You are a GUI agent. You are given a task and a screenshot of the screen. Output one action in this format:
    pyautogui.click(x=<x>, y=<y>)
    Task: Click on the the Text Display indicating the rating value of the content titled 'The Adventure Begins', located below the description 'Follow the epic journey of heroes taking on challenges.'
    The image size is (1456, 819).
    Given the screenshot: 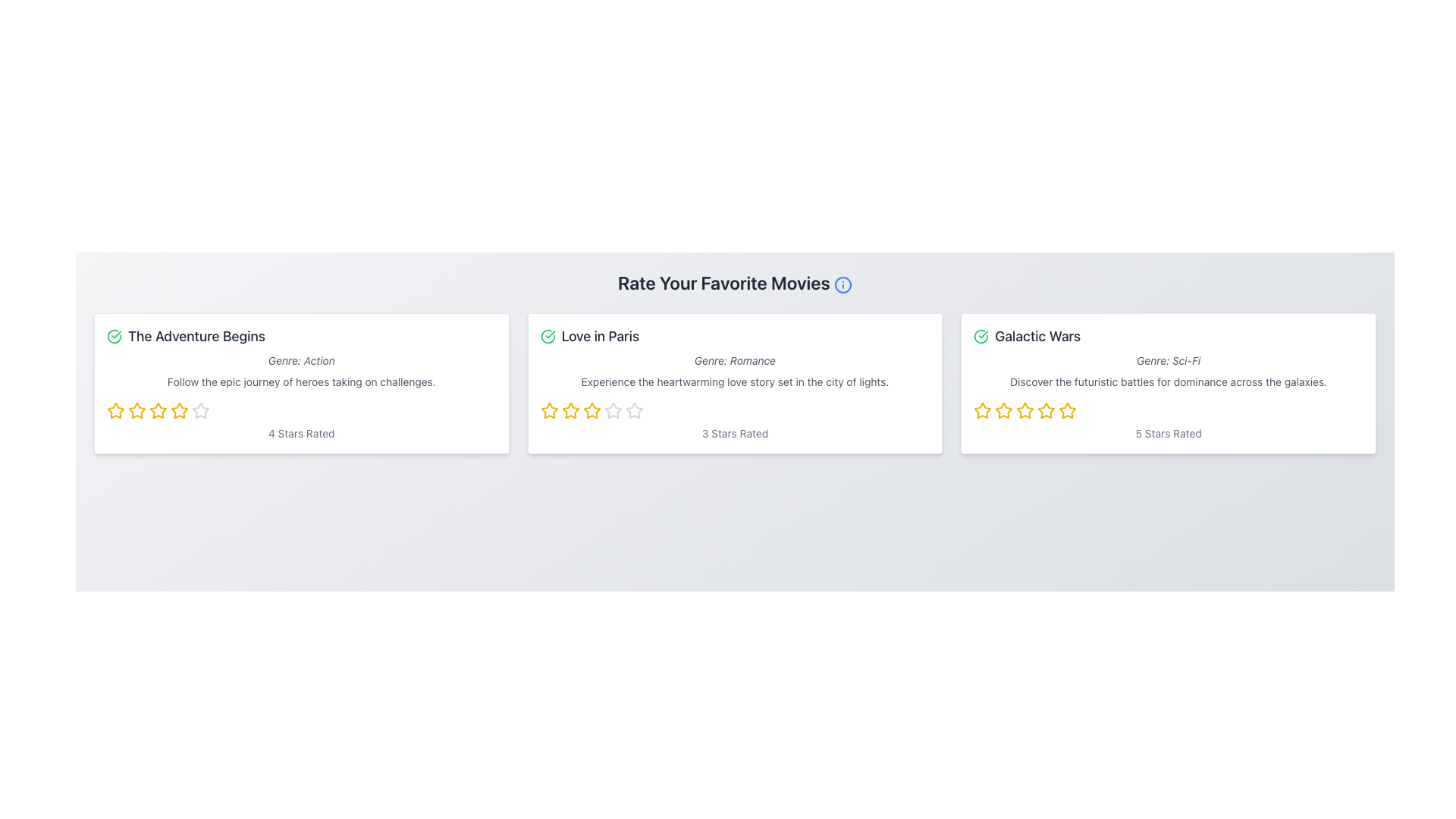 What is the action you would take?
    pyautogui.click(x=301, y=433)
    